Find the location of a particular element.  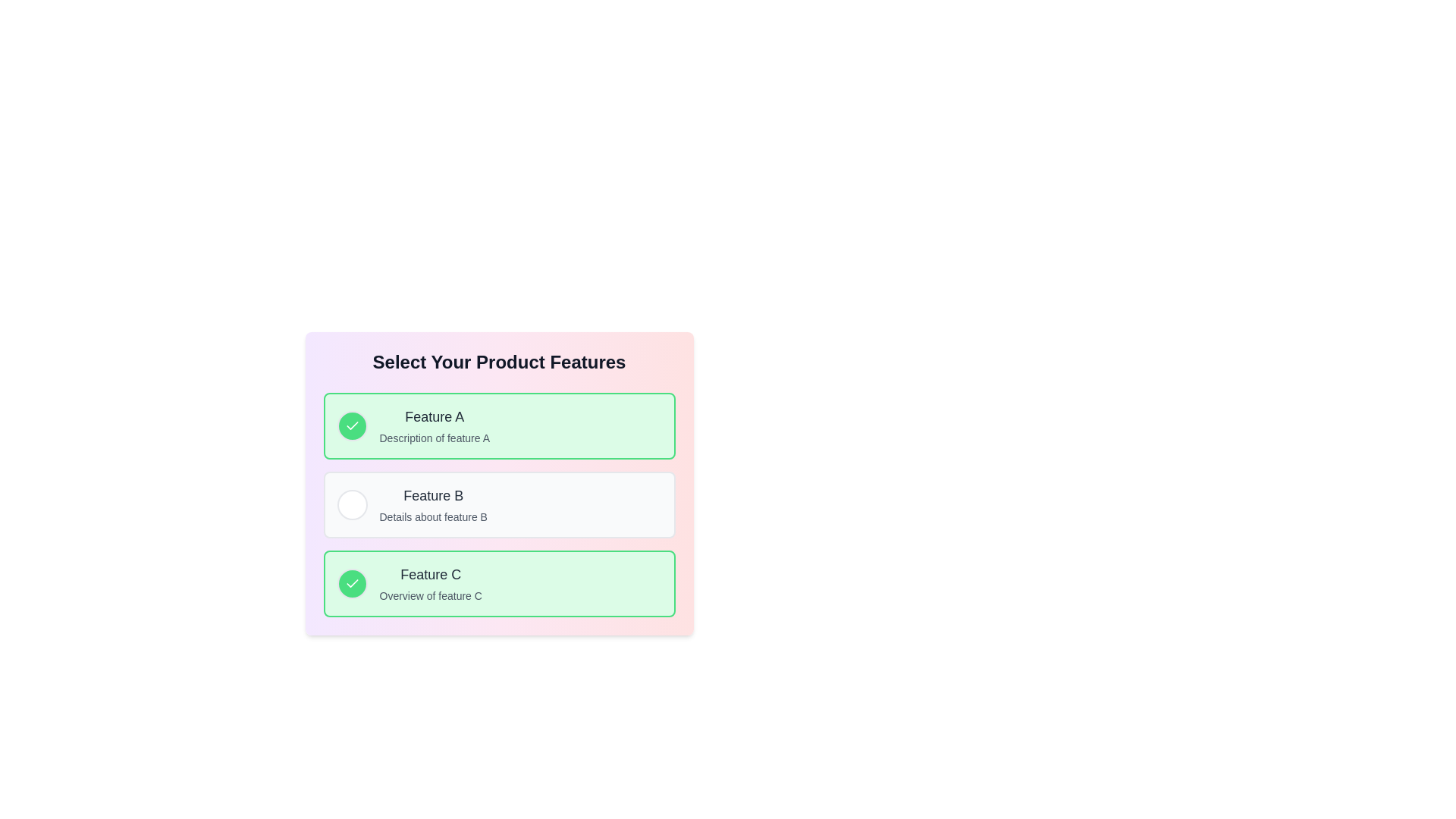

text block displaying the name and details of 'Feature A', which is centered in the first card of a vertical stack of selectable feature options is located at coordinates (434, 426).